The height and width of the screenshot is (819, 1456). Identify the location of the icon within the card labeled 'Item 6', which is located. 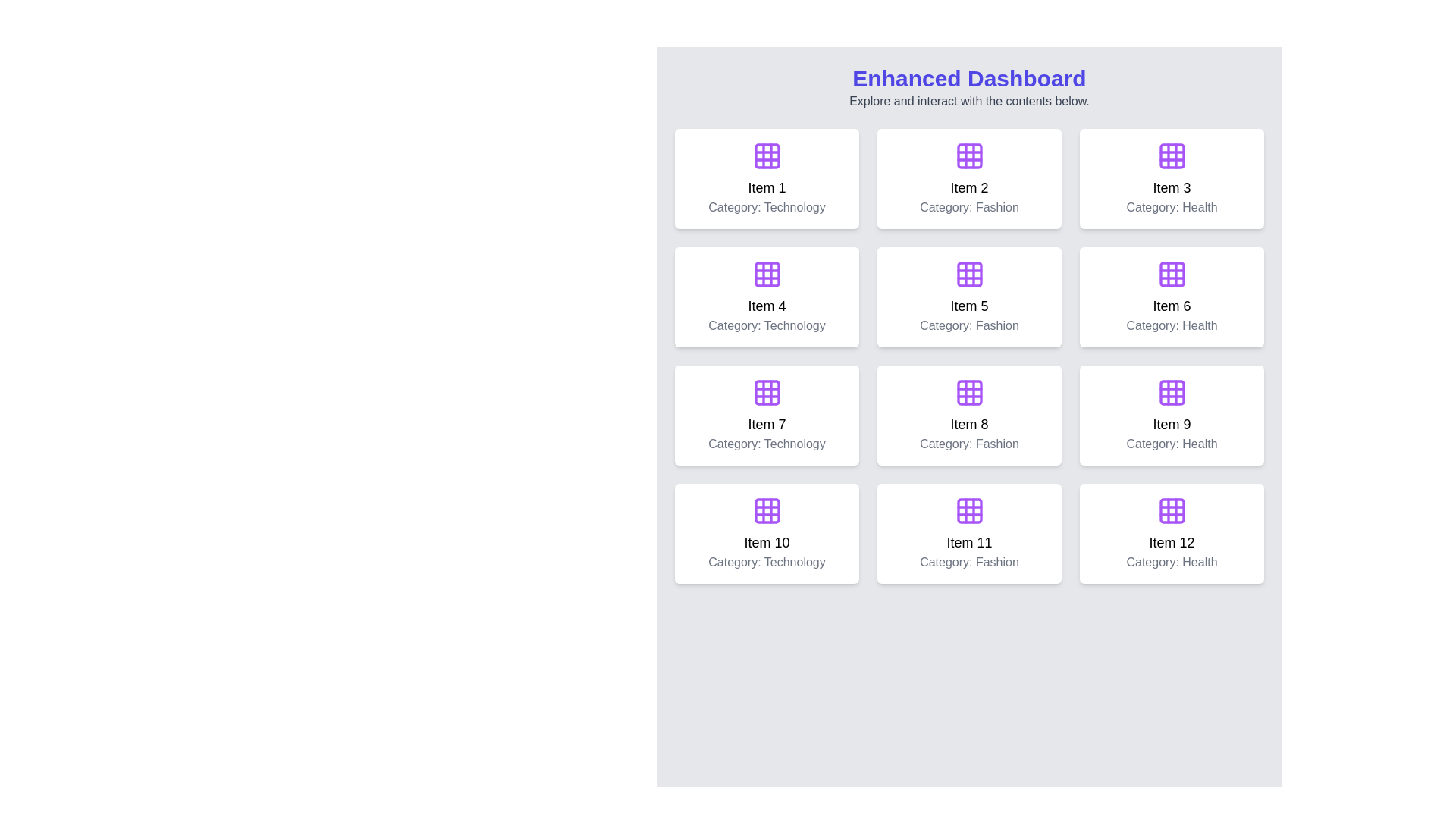
(1171, 275).